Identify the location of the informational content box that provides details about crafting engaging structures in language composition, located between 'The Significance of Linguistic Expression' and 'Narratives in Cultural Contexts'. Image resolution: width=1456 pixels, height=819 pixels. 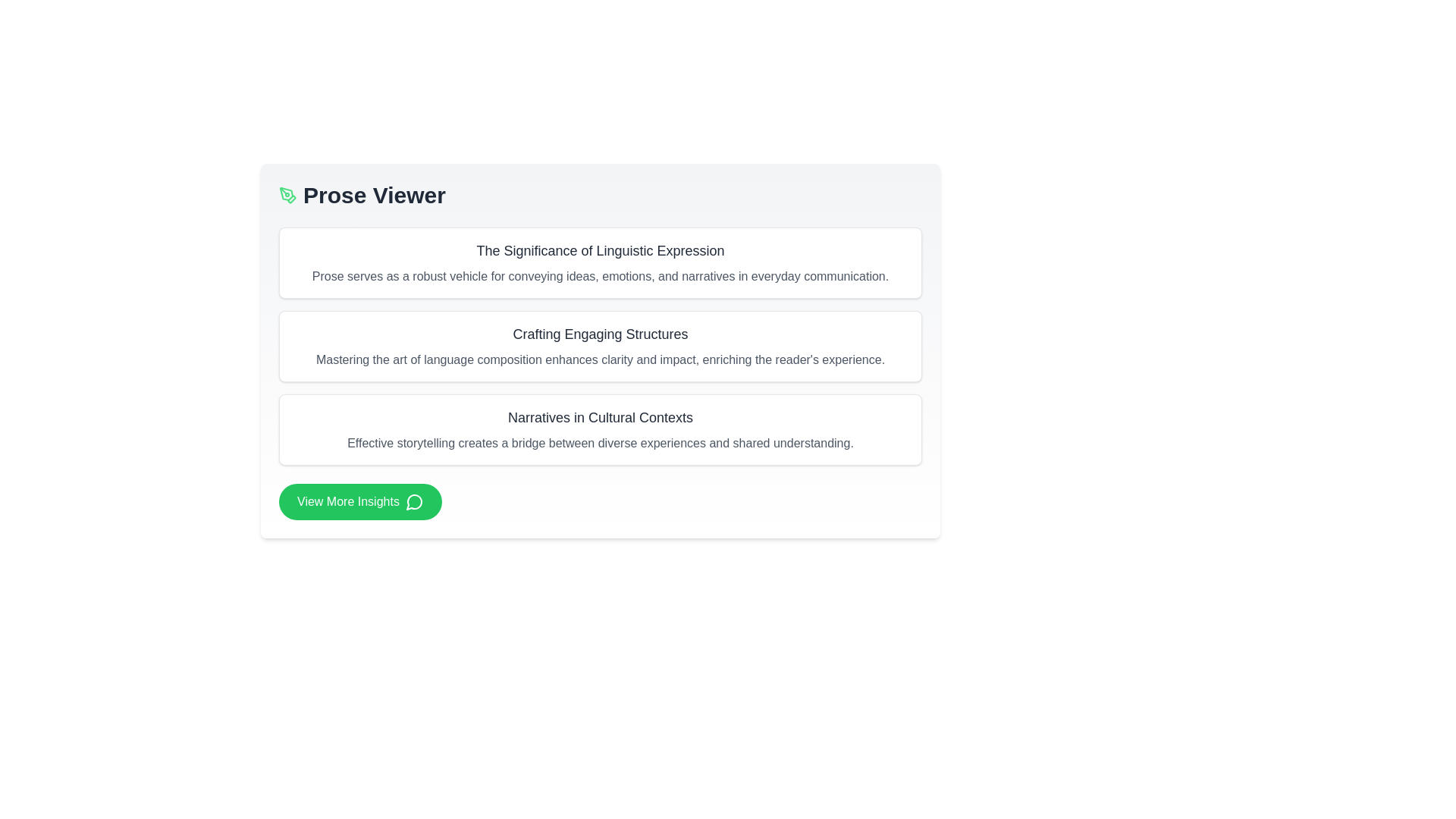
(600, 350).